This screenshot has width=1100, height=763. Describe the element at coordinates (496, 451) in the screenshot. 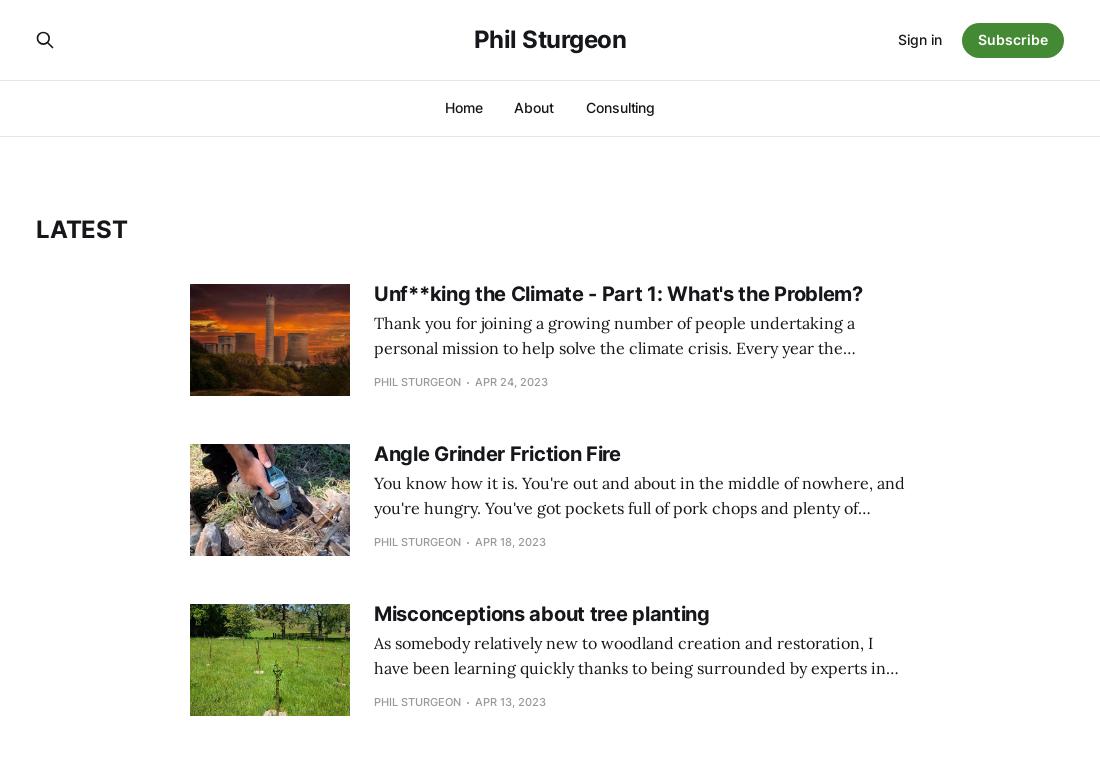

I see `'Angle Grinder Friction Fire'` at that location.